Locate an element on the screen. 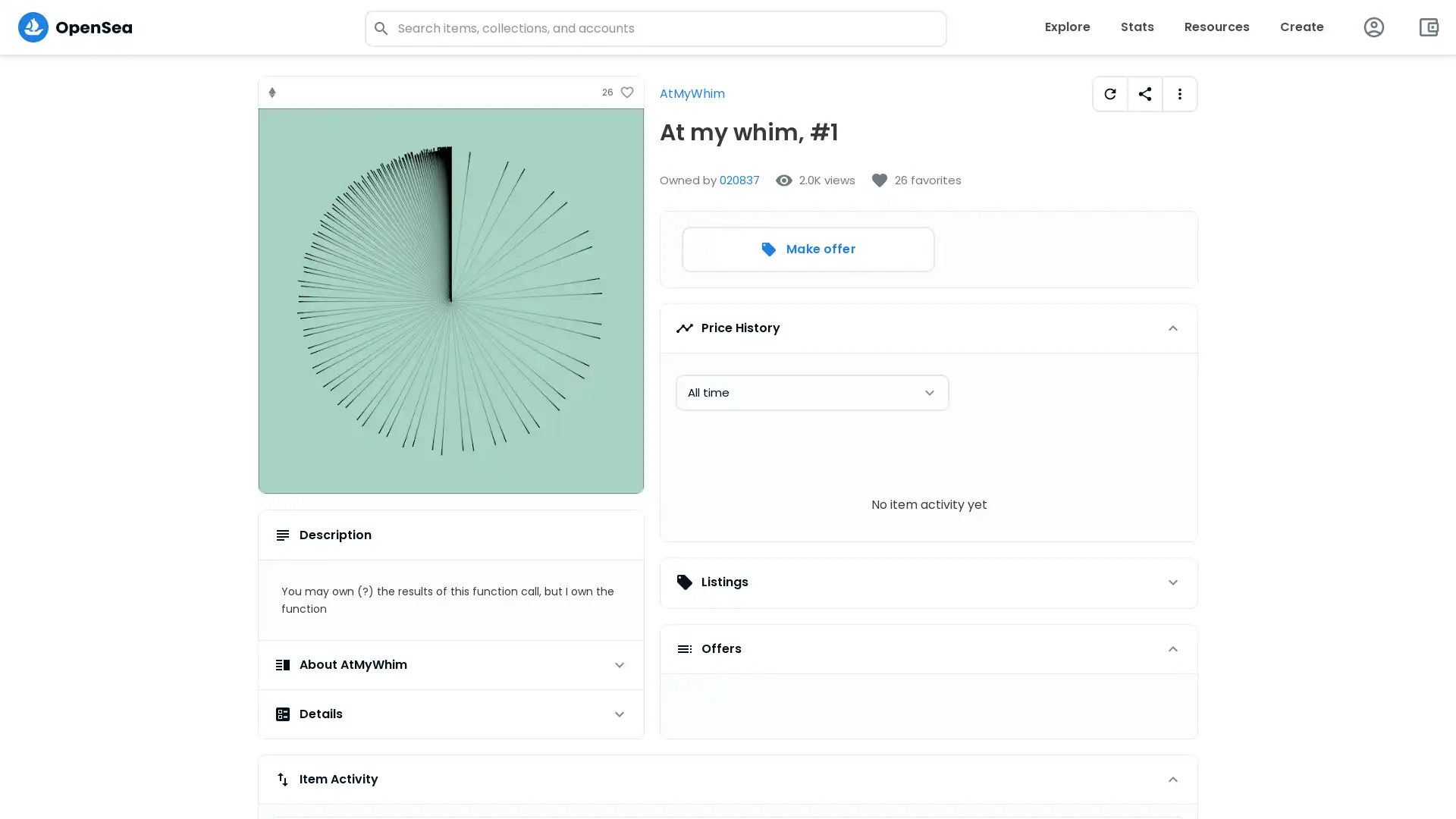 Image resolution: width=1456 pixels, height=819 pixels. Favorite is located at coordinates (626, 93).